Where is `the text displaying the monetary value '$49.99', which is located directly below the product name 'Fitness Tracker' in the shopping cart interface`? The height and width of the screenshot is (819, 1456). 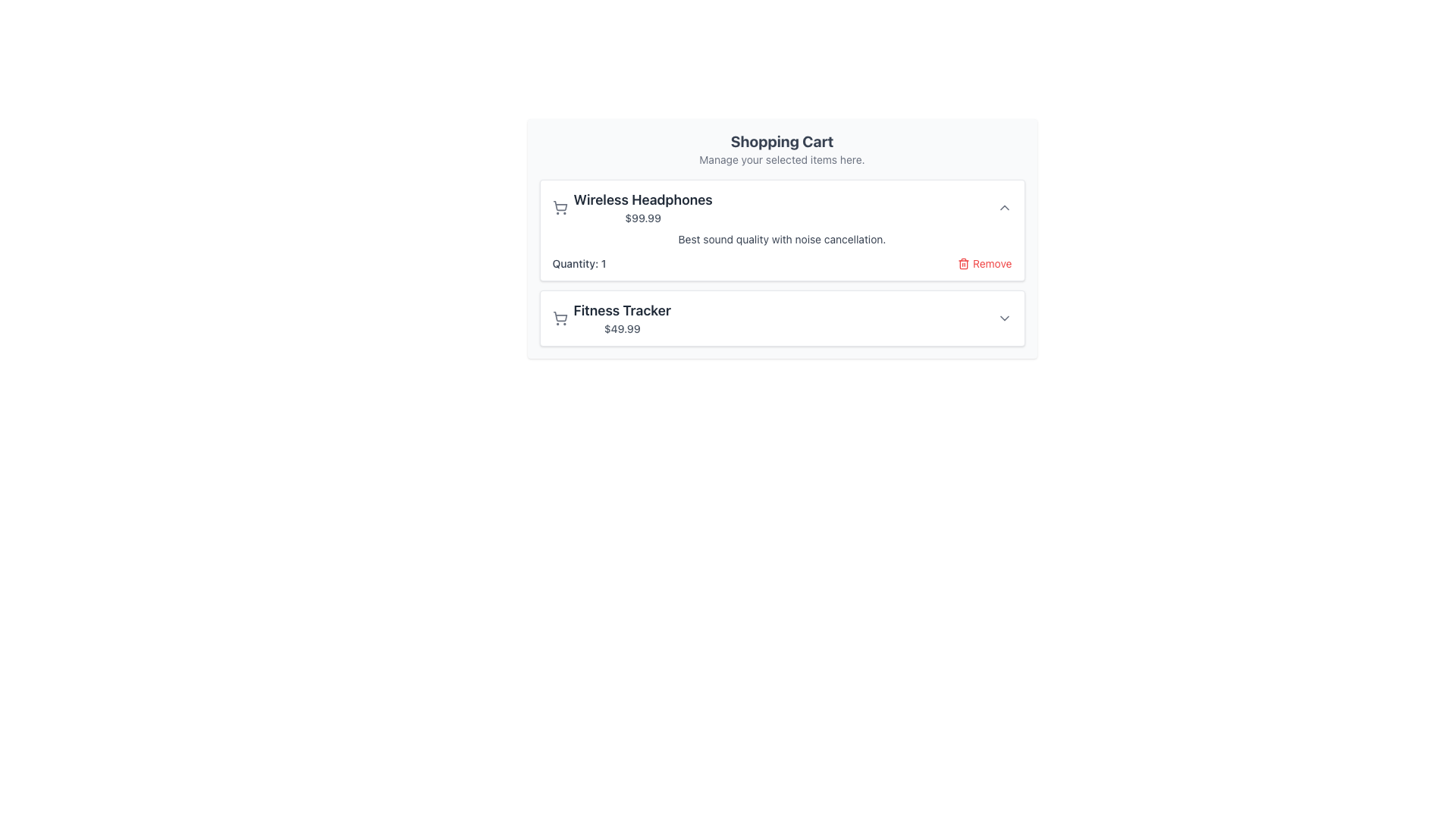
the text displaying the monetary value '$49.99', which is located directly below the product name 'Fitness Tracker' in the shopping cart interface is located at coordinates (622, 328).